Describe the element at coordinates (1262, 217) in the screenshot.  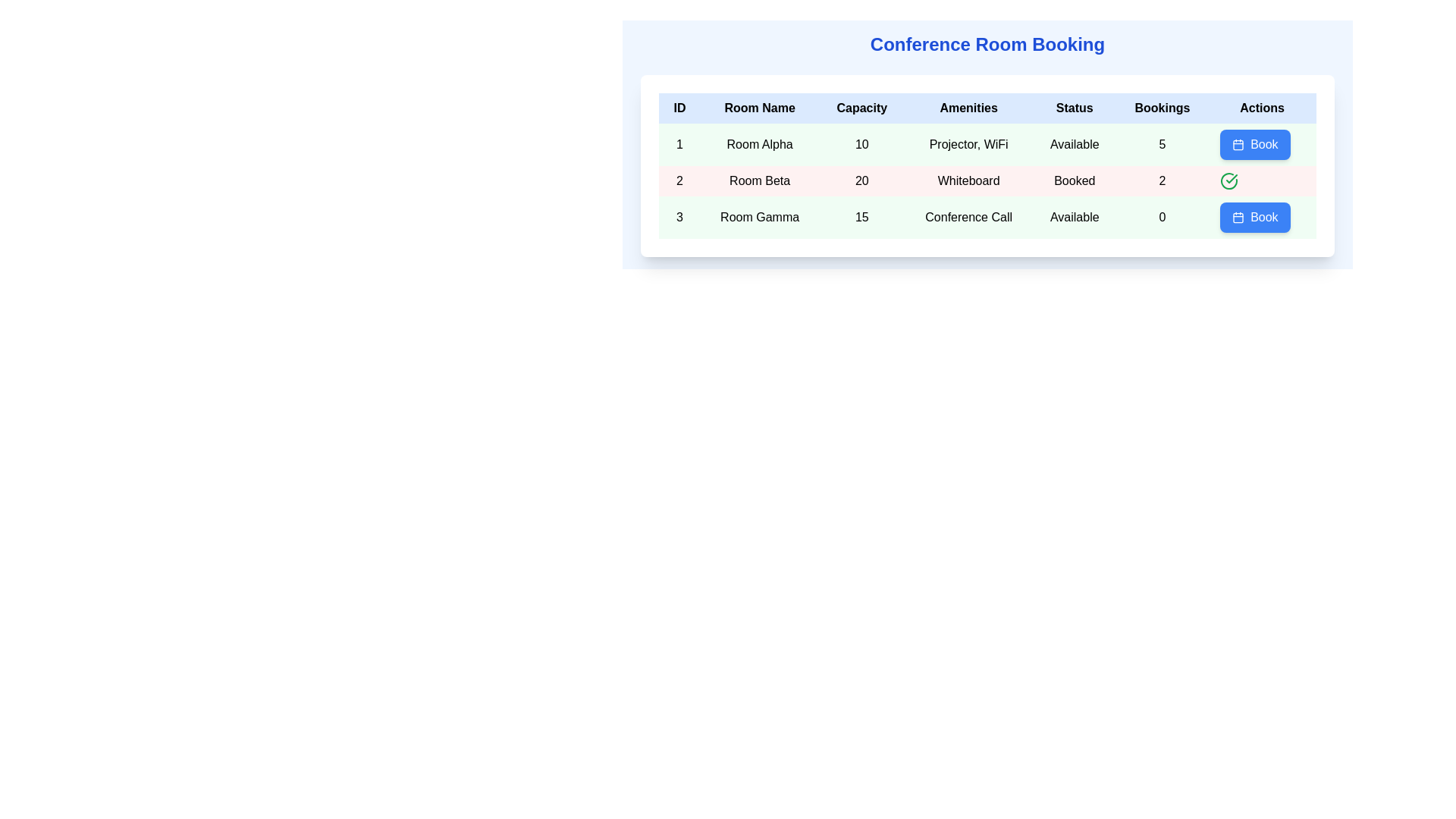
I see `the interactive button in the last cell of the last row under the 'Actions' column` at that location.